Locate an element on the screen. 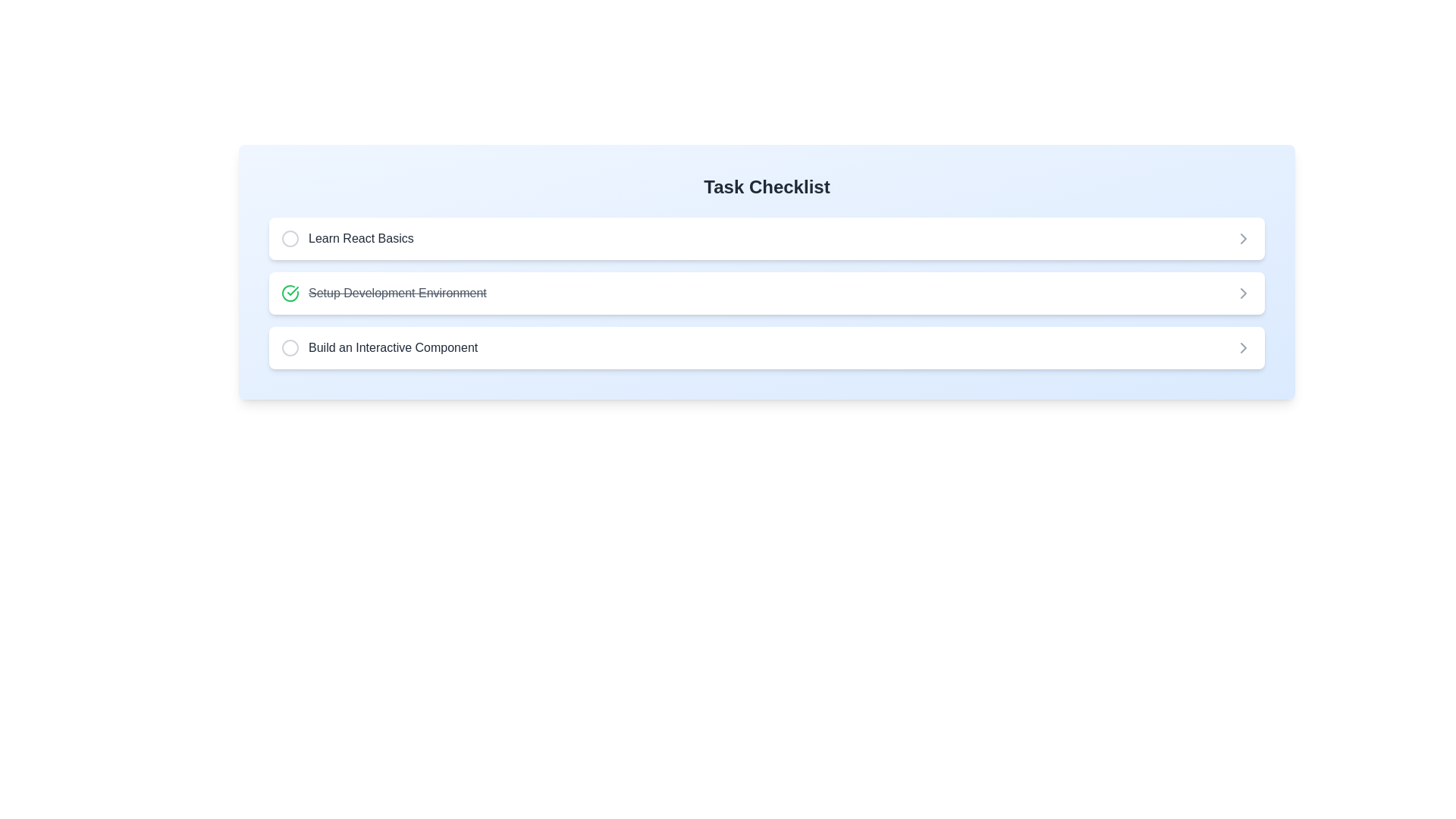  the 'chevron-right' arrow icon is located at coordinates (1244, 348).